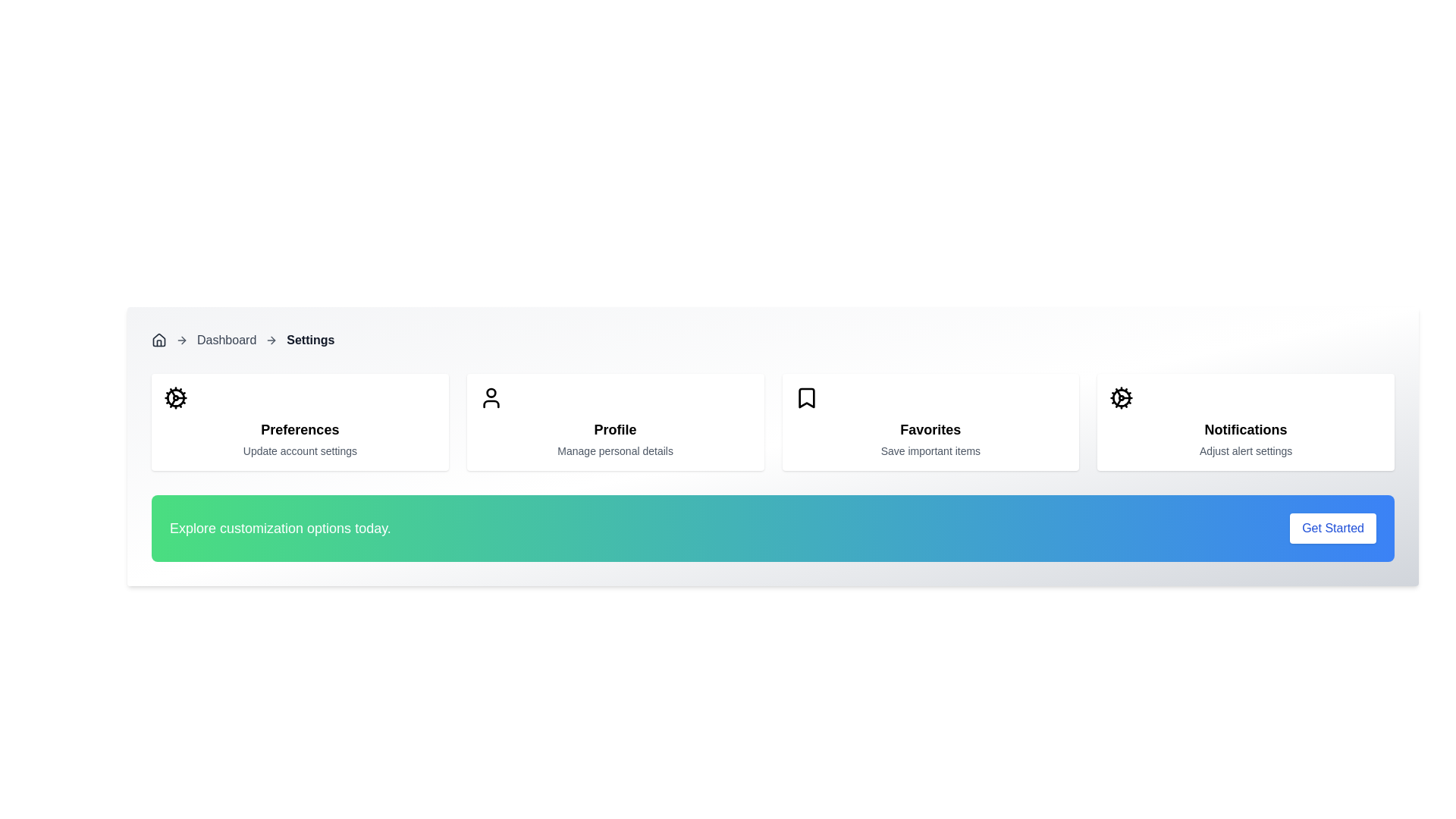 This screenshot has width=1456, height=819. I want to click on the circular shape within the gear icon in the settings card labeled 'Preferences' located at the top left of the cards section, so click(175, 397).